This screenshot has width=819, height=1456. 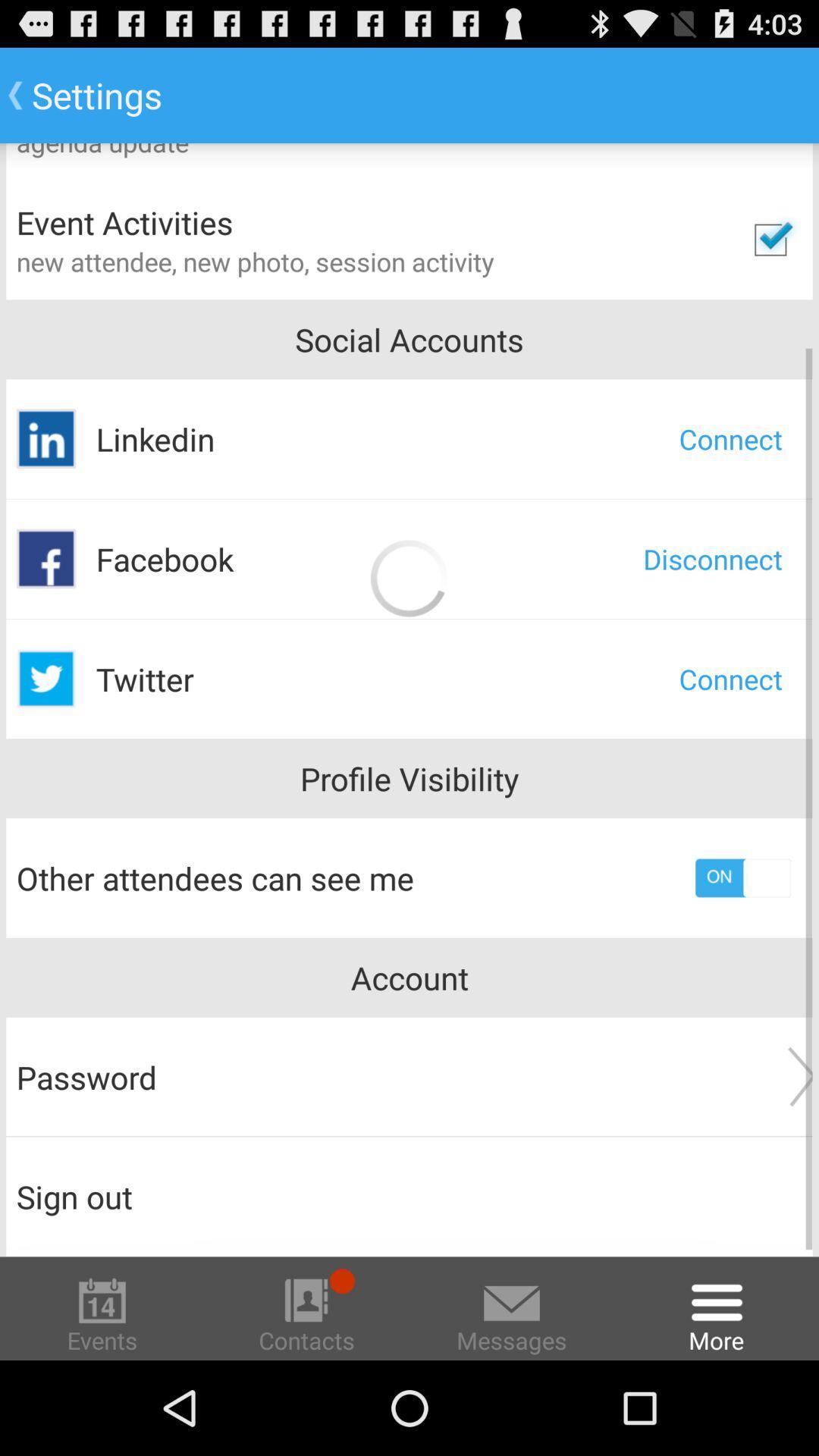 I want to click on the icon below profile visibility item, so click(x=742, y=877).